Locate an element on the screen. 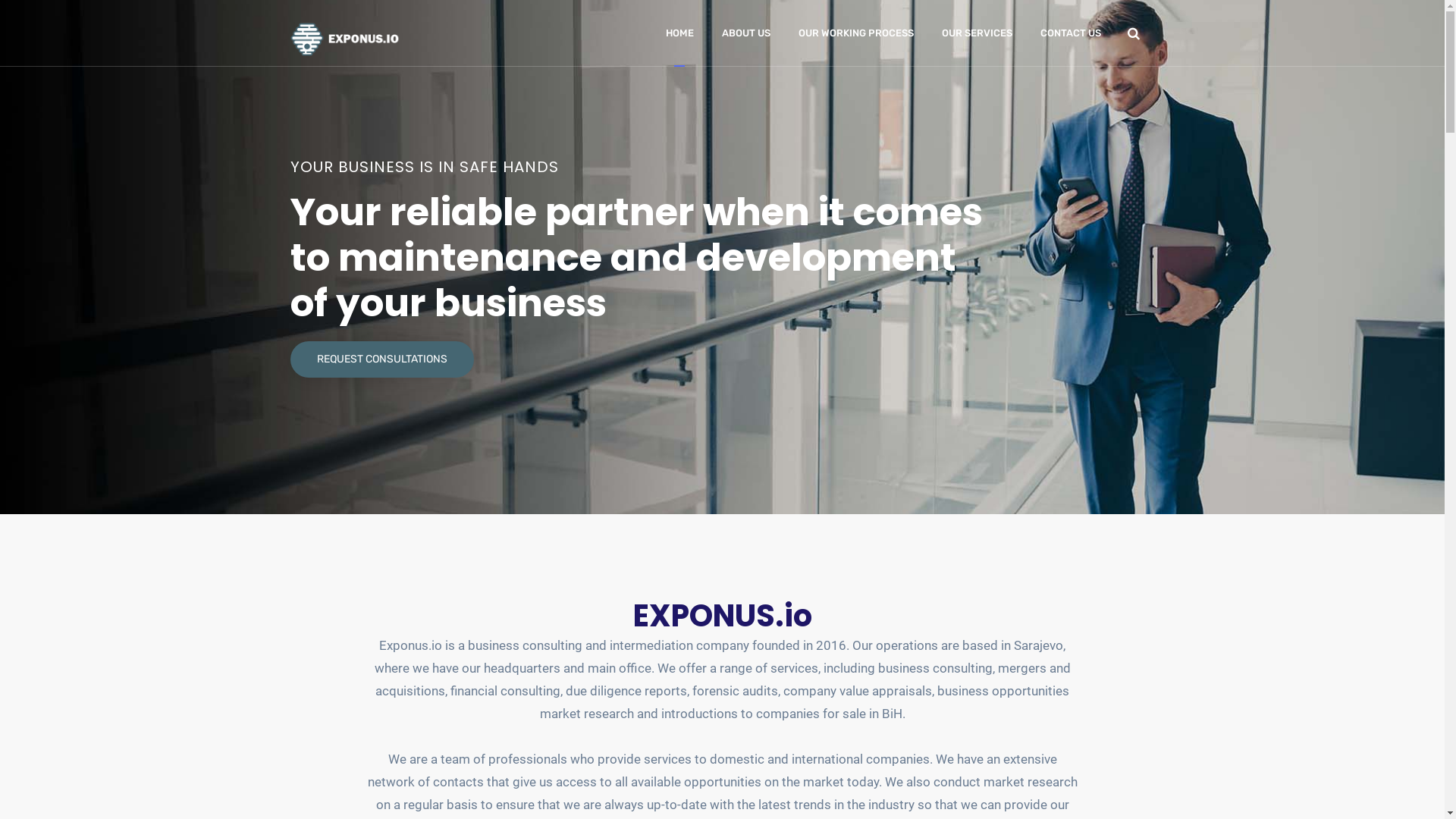 This screenshot has height=819, width=1456. 'ABOUT US' is located at coordinates (745, 33).